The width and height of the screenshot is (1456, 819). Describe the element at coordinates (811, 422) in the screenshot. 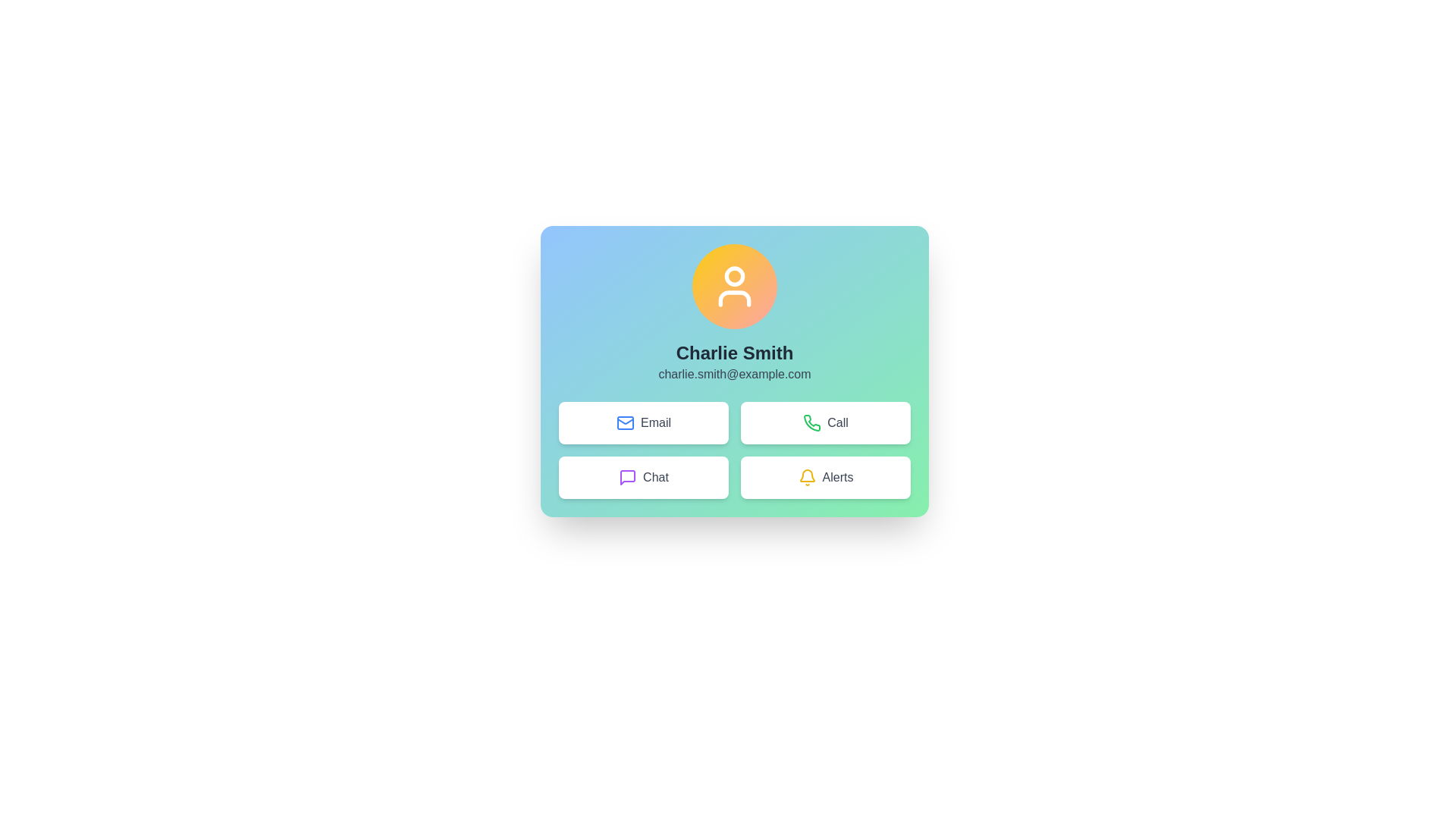

I see `the green phone icon located at the top right corner of the 'Call' button, which represents the call feature` at that location.